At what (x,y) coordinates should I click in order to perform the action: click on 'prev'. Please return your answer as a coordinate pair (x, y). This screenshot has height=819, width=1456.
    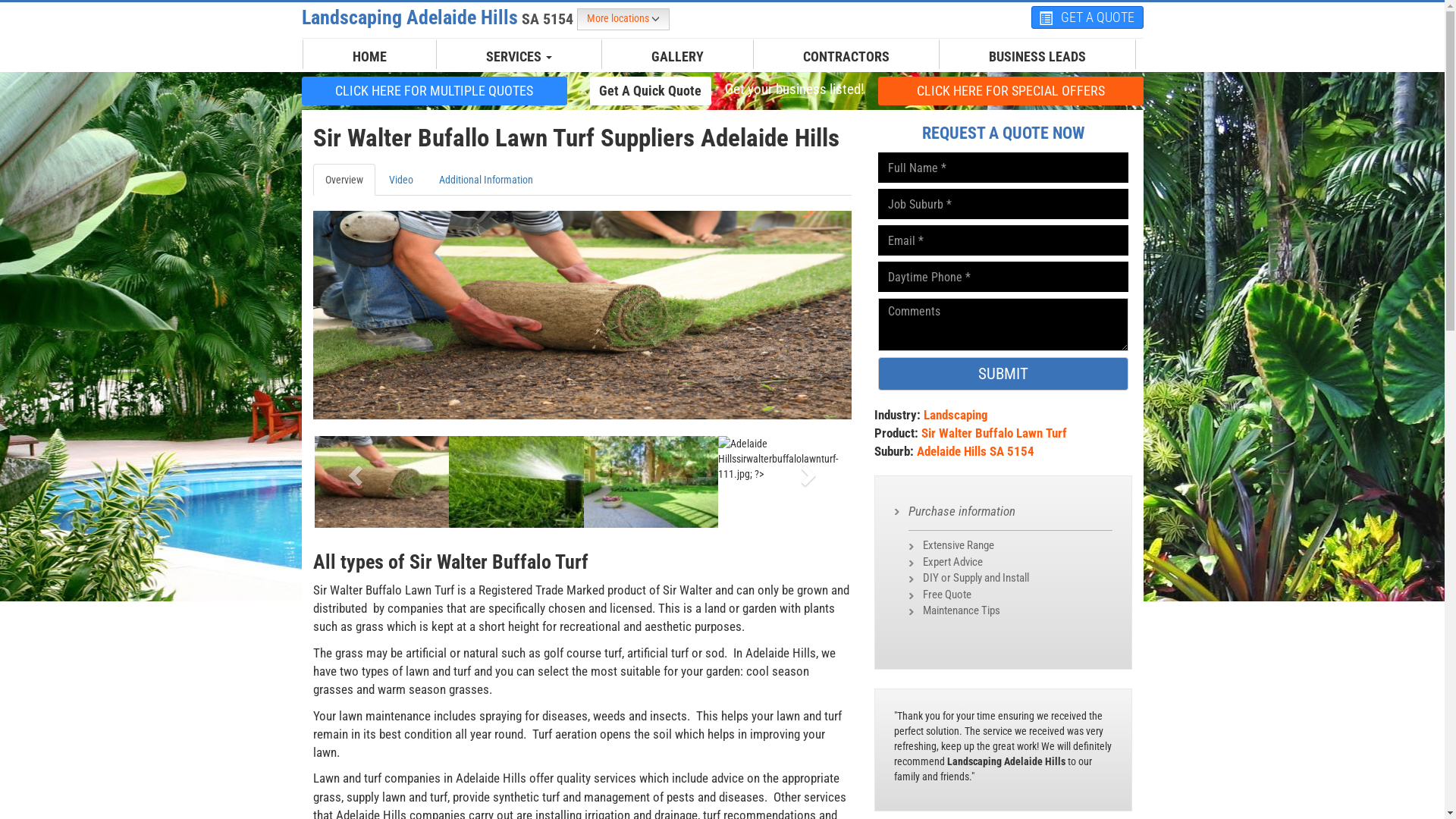
    Looking at the image, I should click on (352, 469).